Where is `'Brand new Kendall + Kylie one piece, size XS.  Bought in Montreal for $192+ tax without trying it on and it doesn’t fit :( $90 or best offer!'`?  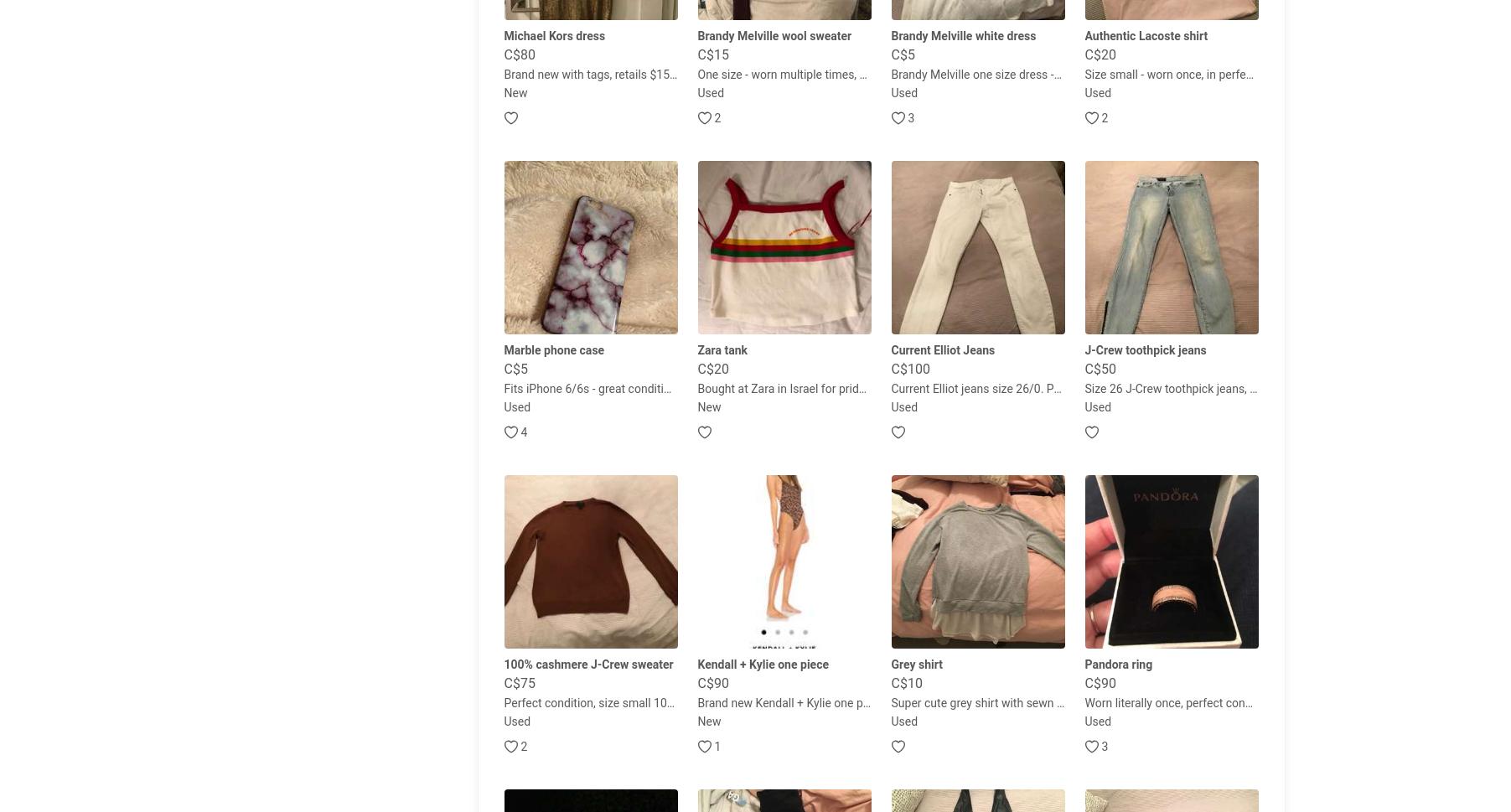
'Brand new Kendall + Kylie one piece, size XS.  Bought in Montreal for $192+ tax without trying it on and it doesn’t fit :( $90 or best offer!' is located at coordinates (696, 701).